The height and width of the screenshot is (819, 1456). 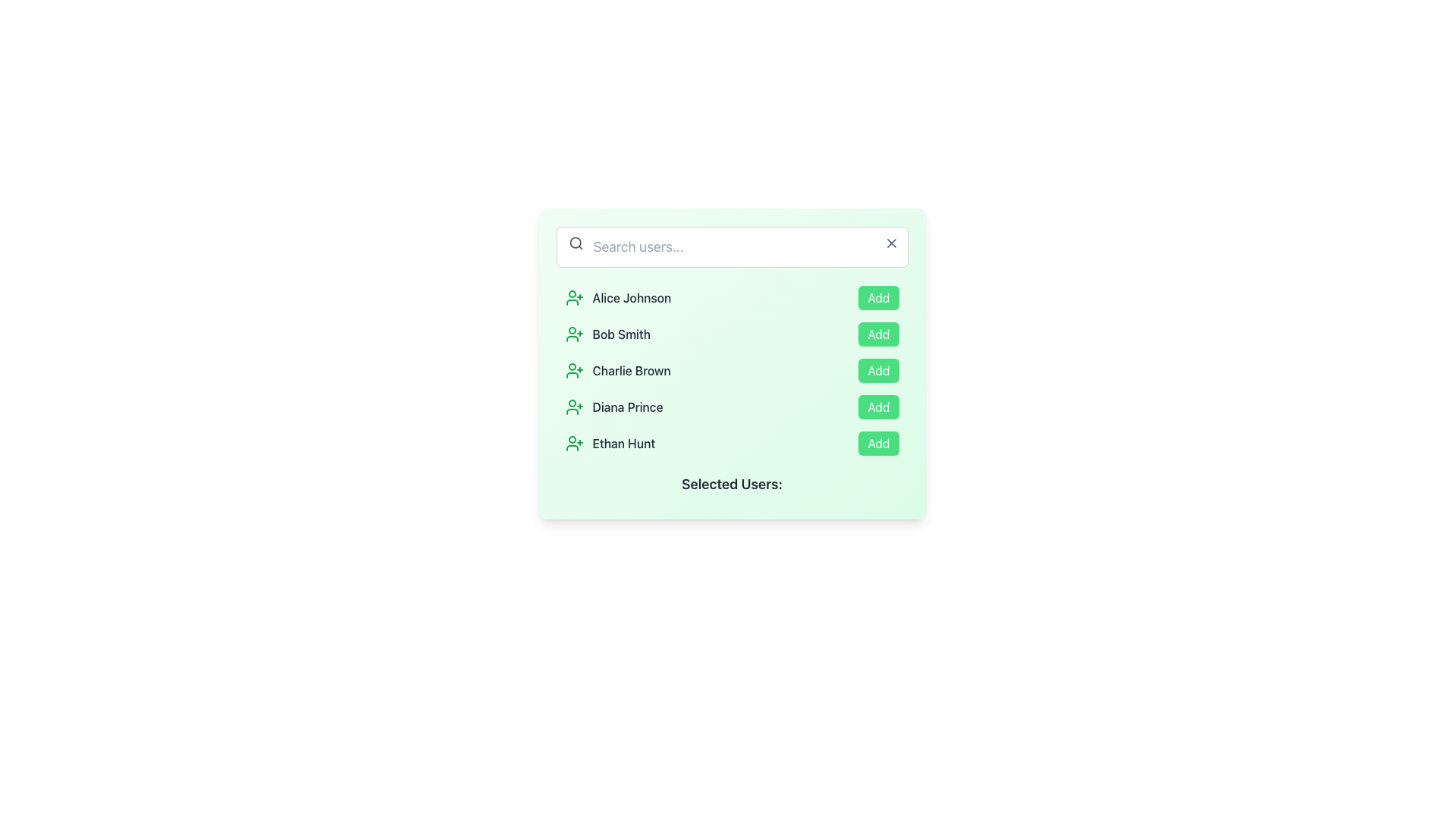 What do you see at coordinates (573, 333) in the screenshot?
I see `the Icon (User Plus) which is a green user outline with a plus symbol, located in the second row under 'Search users...' before the text 'Bob Smith'` at bounding box center [573, 333].